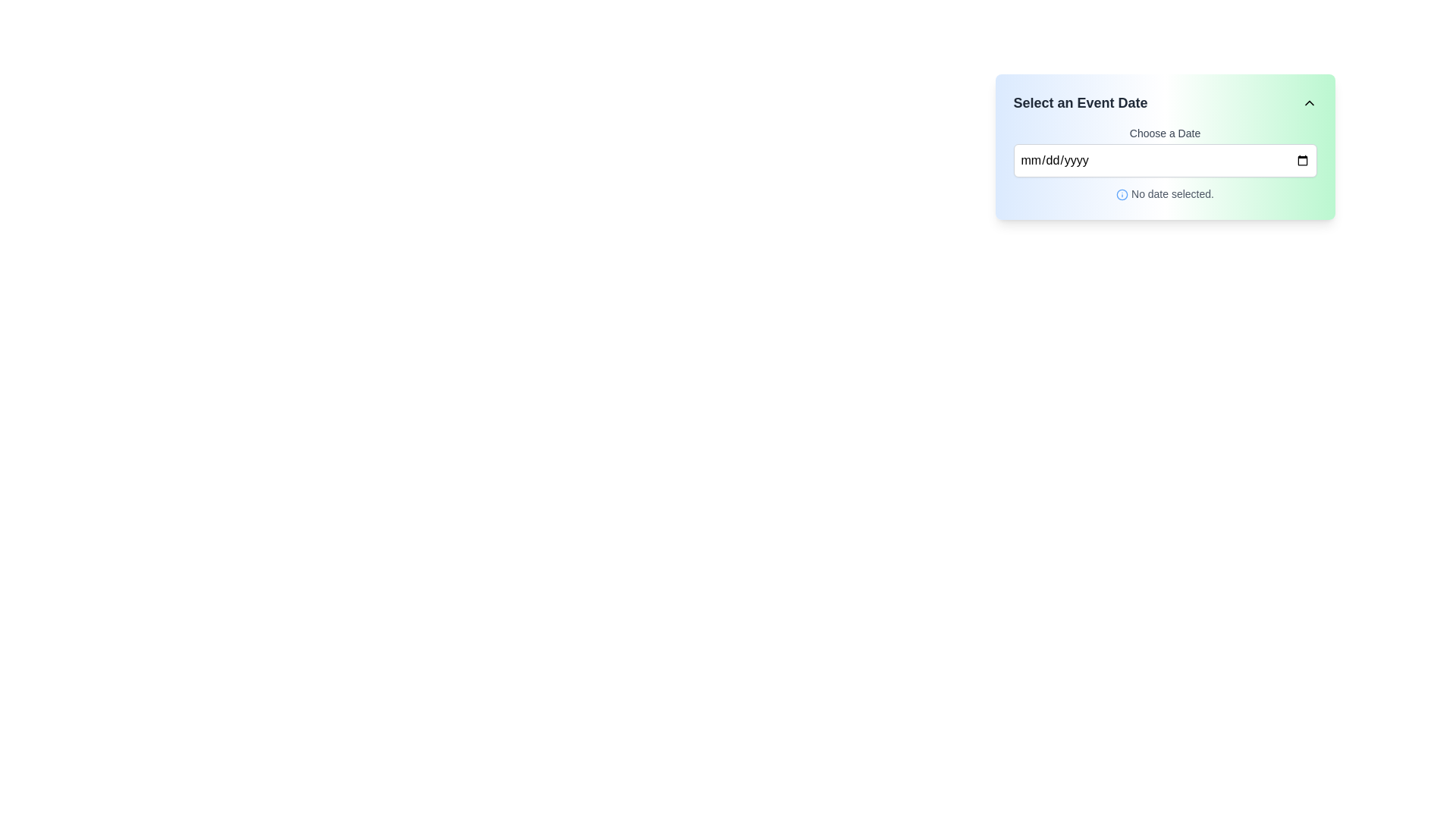 The image size is (1456, 819). What do you see at coordinates (1122, 194) in the screenshot?
I see `the informational marker icon located to the left of the 'No date selected.' message` at bounding box center [1122, 194].